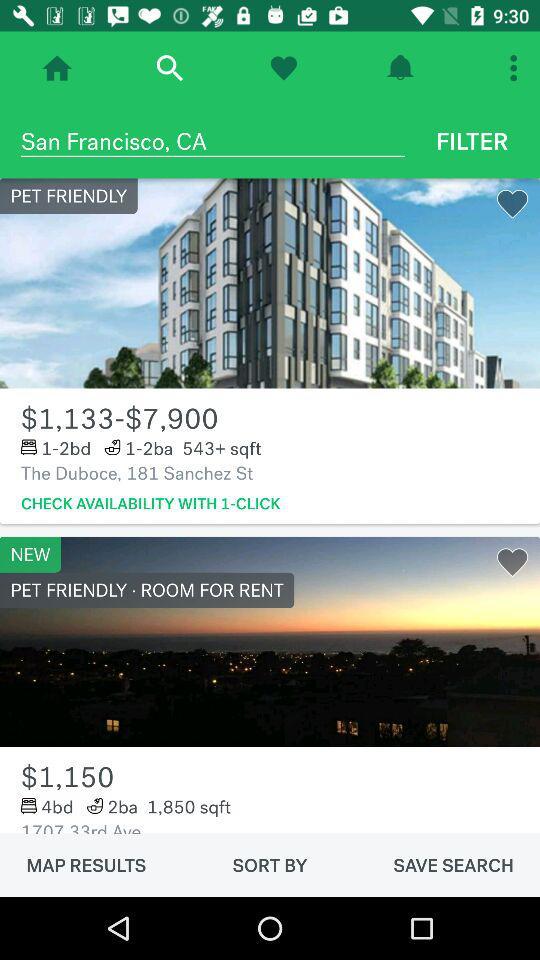 The image size is (540, 960). I want to click on item next to the sort by icon, so click(453, 864).